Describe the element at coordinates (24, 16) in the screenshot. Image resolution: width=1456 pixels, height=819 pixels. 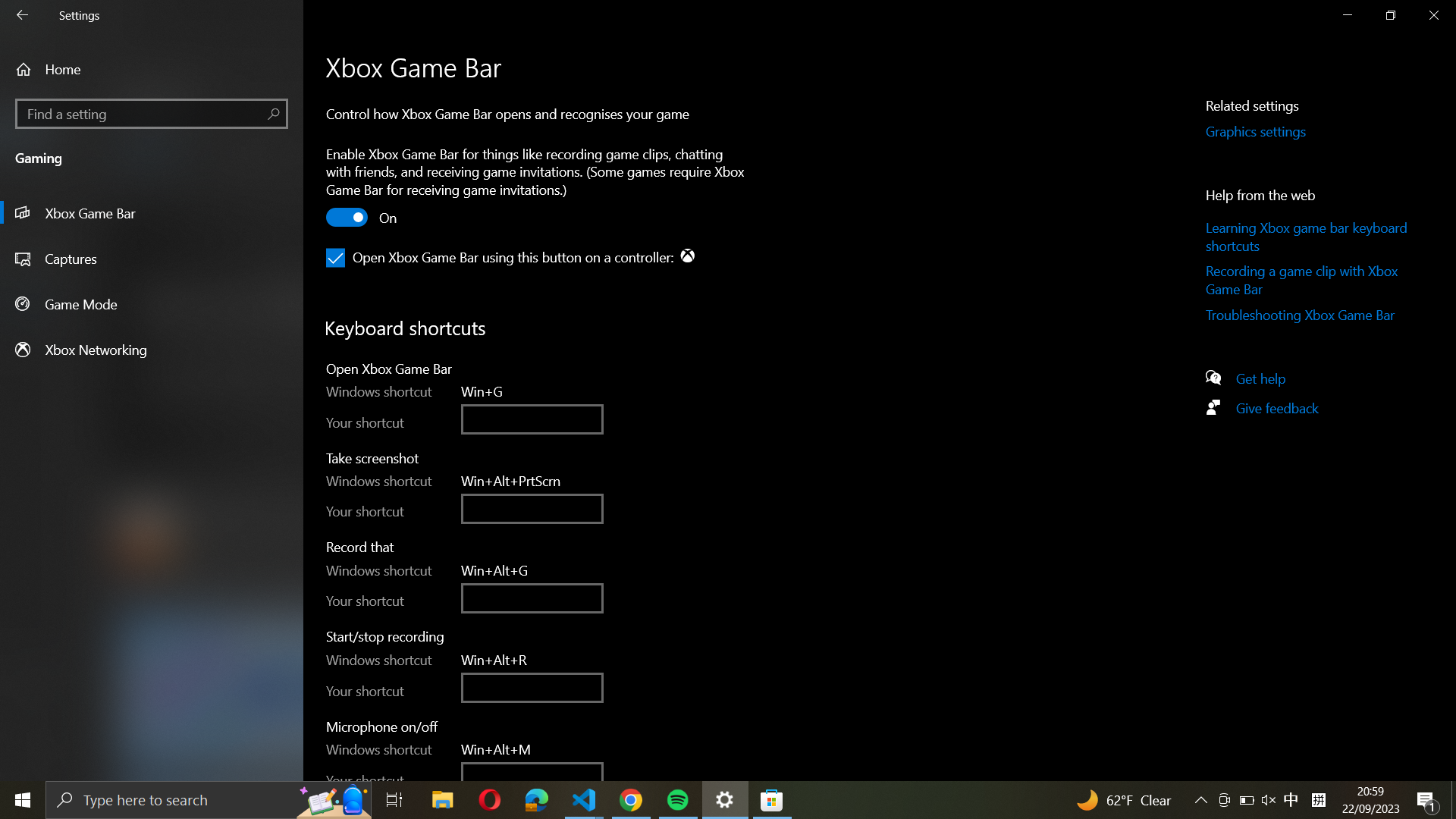
I see `the back arrow to navigate to the earlier settings page` at that location.